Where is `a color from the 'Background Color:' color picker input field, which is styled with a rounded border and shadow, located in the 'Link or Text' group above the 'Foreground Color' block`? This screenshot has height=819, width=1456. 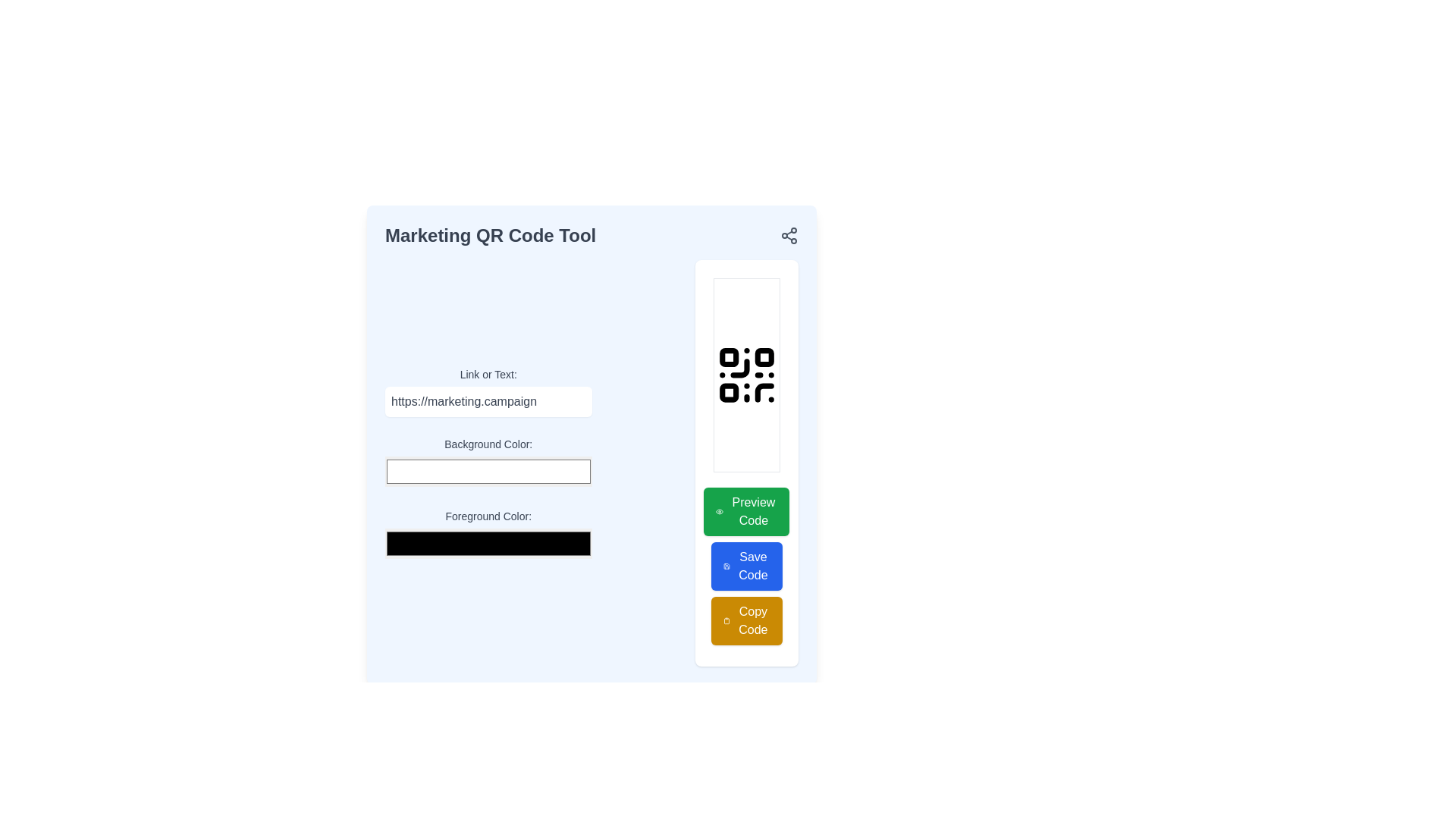 a color from the 'Background Color:' color picker input field, which is styled with a rounded border and shadow, located in the 'Link or Text' group above the 'Foreground Color' block is located at coordinates (591, 462).